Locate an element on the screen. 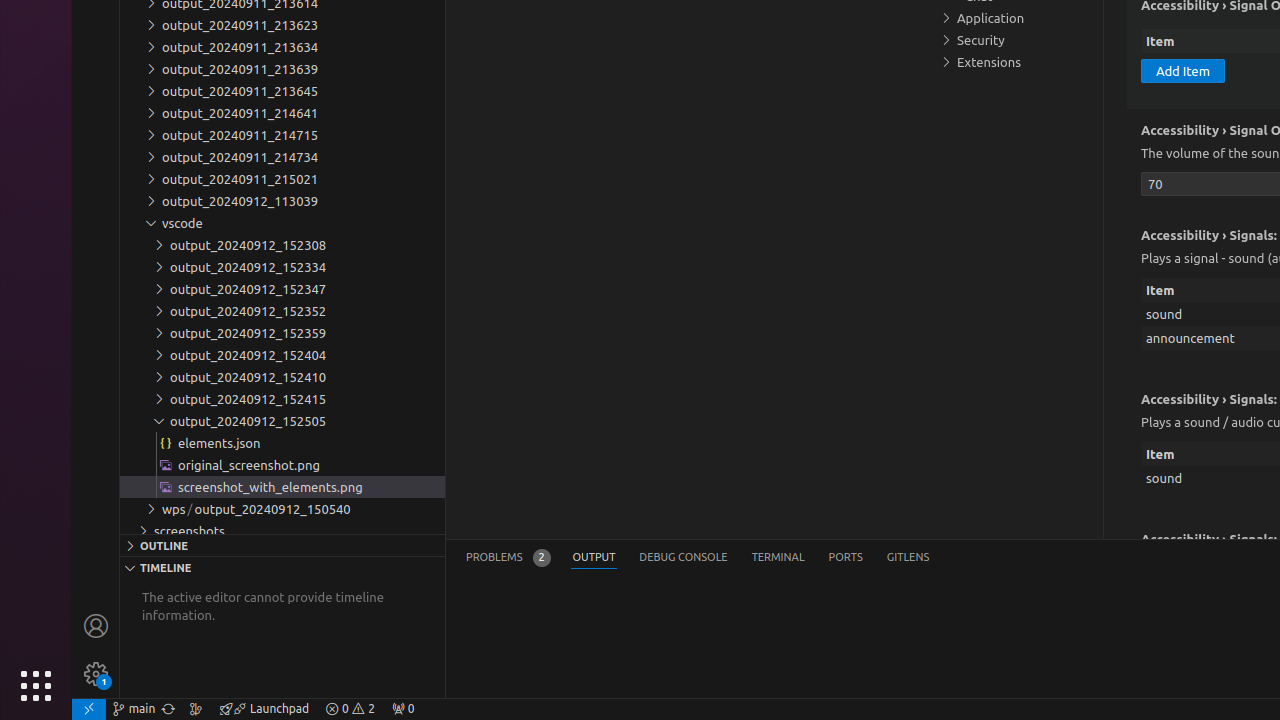 This screenshot has width=1280, height=720. 'Application, group' is located at coordinates (1015, 18).